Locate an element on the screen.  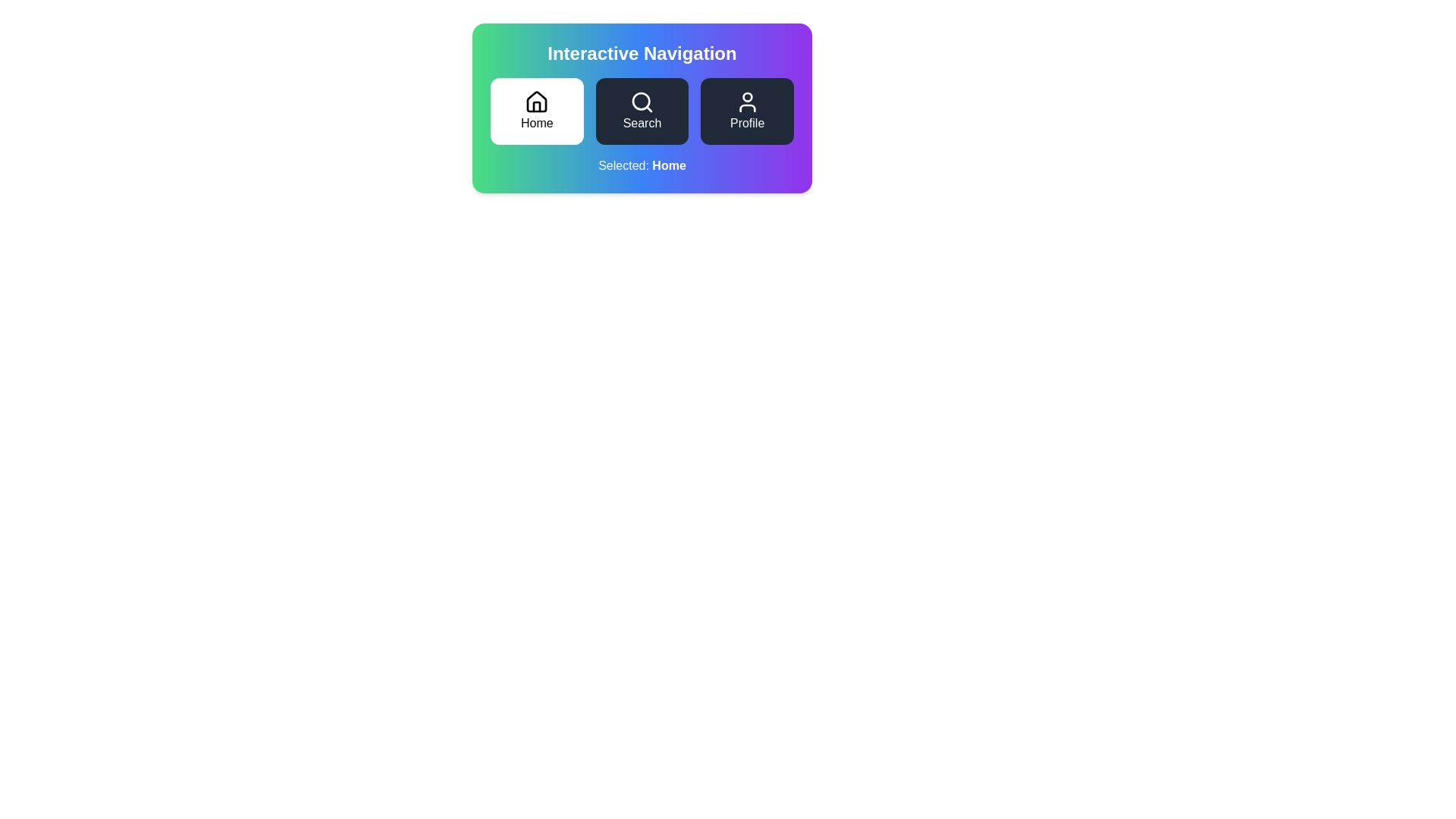
the rectangular 'Search' button with a dark gray background and a white magnifying glass icon, located in the center column of the navigation bar is located at coordinates (642, 110).